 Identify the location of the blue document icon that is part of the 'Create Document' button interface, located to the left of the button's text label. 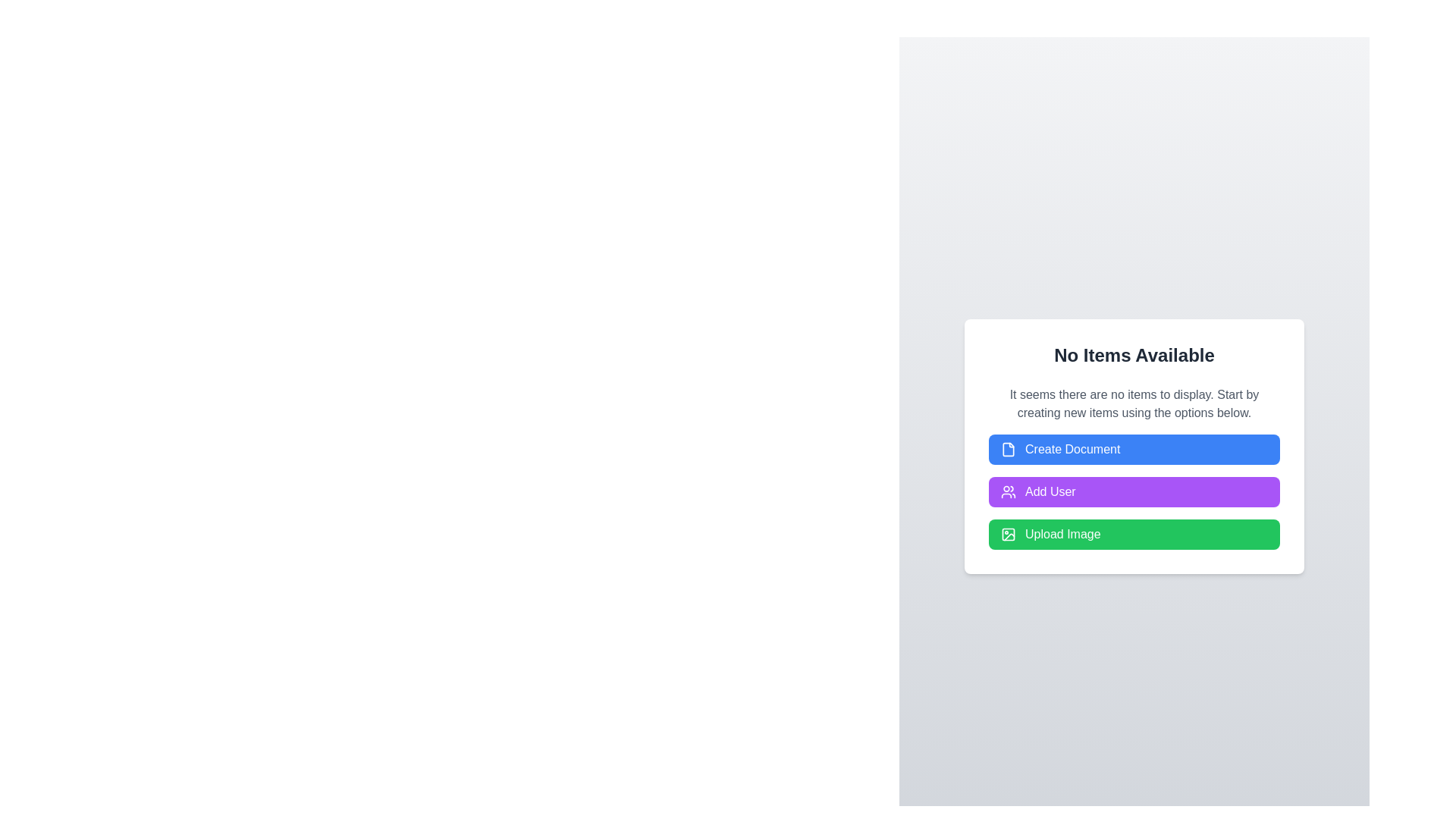
(1008, 449).